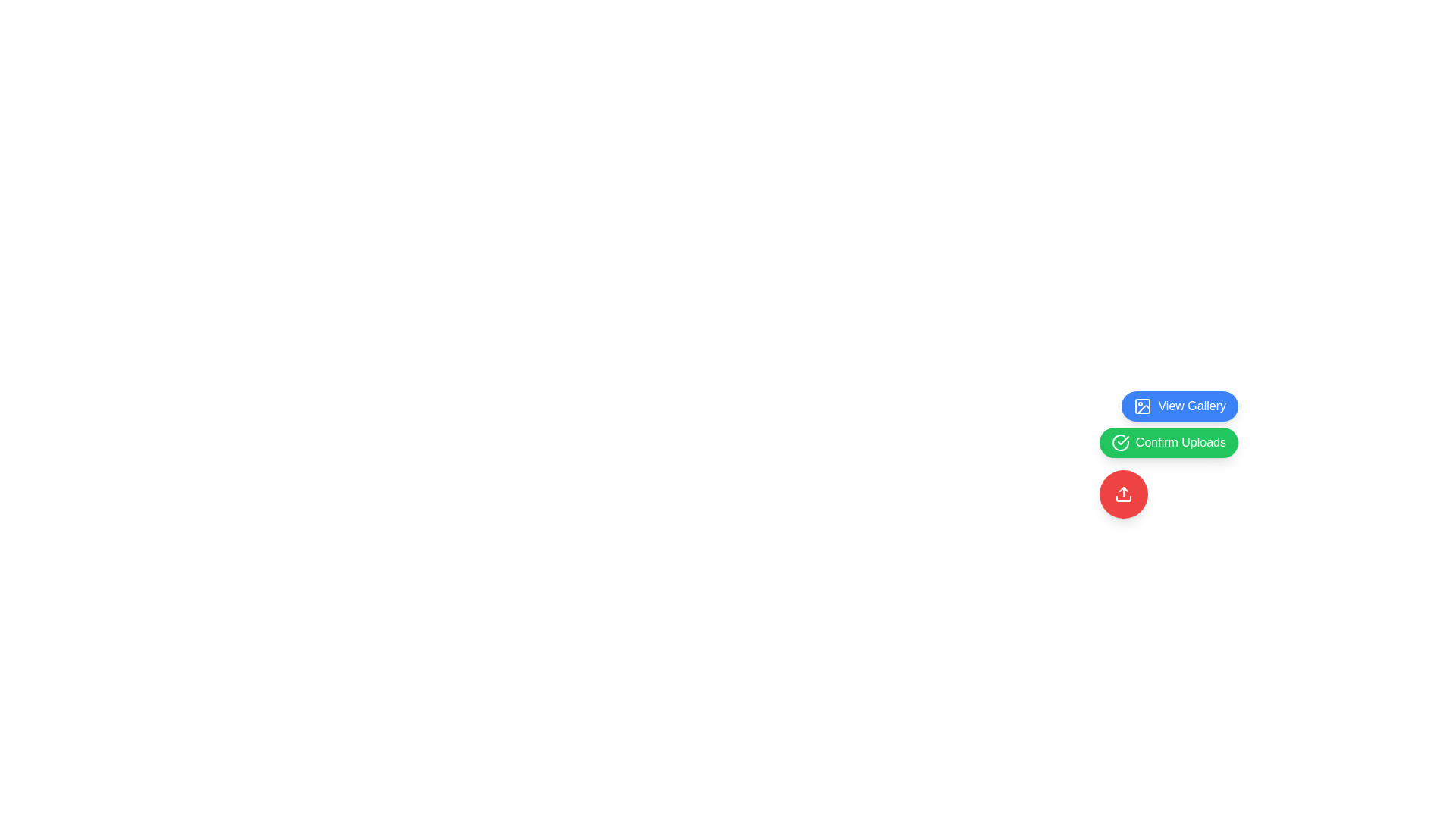 The height and width of the screenshot is (819, 1456). I want to click on the red circular upload button located at the bottom-right of the interface, so click(1123, 494).